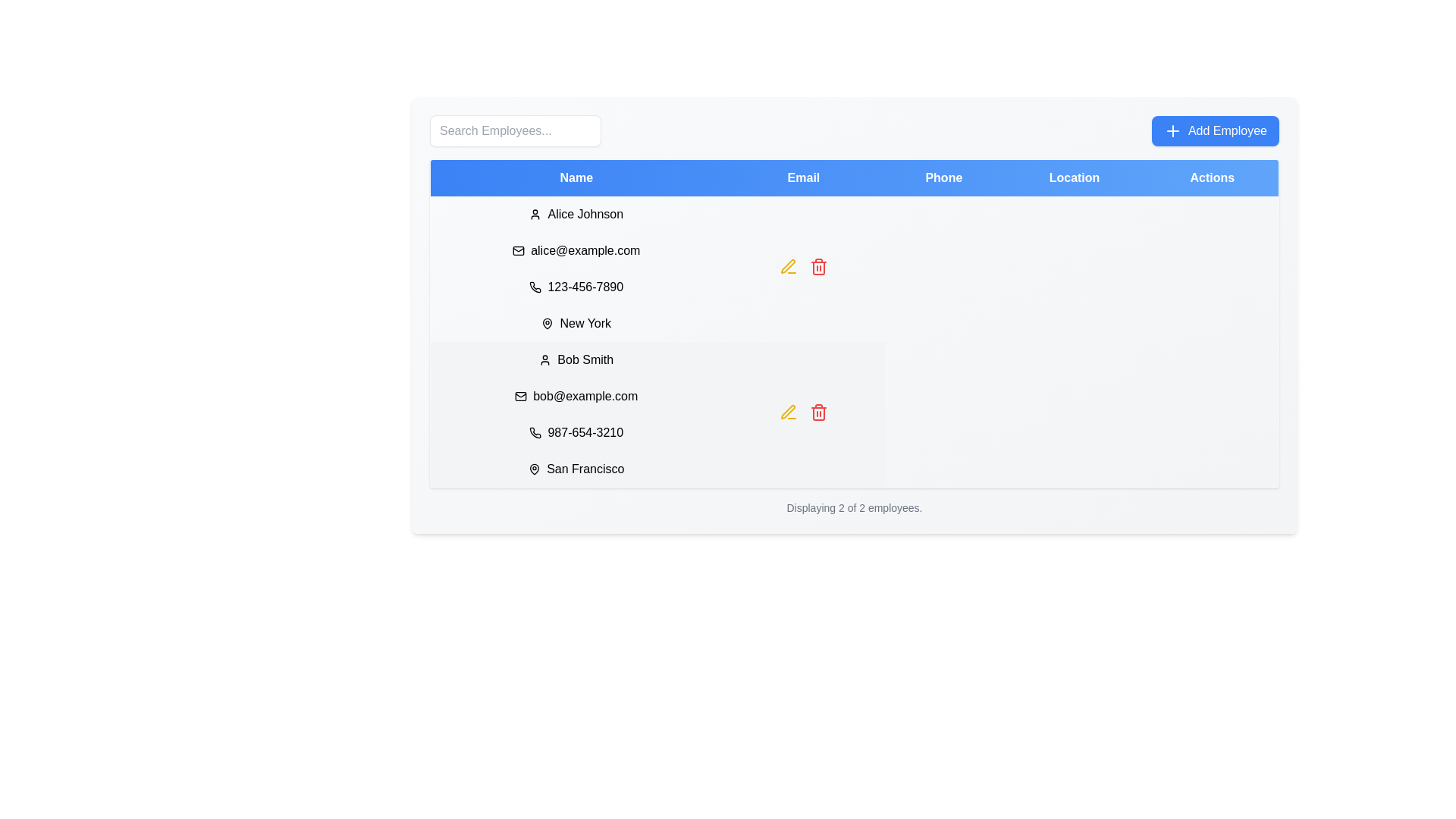 The image size is (1456, 819). I want to click on the phone icon located to the left of the phone number '123-456-7890' associated with 'Alice Johnson' in the employee table, so click(535, 287).